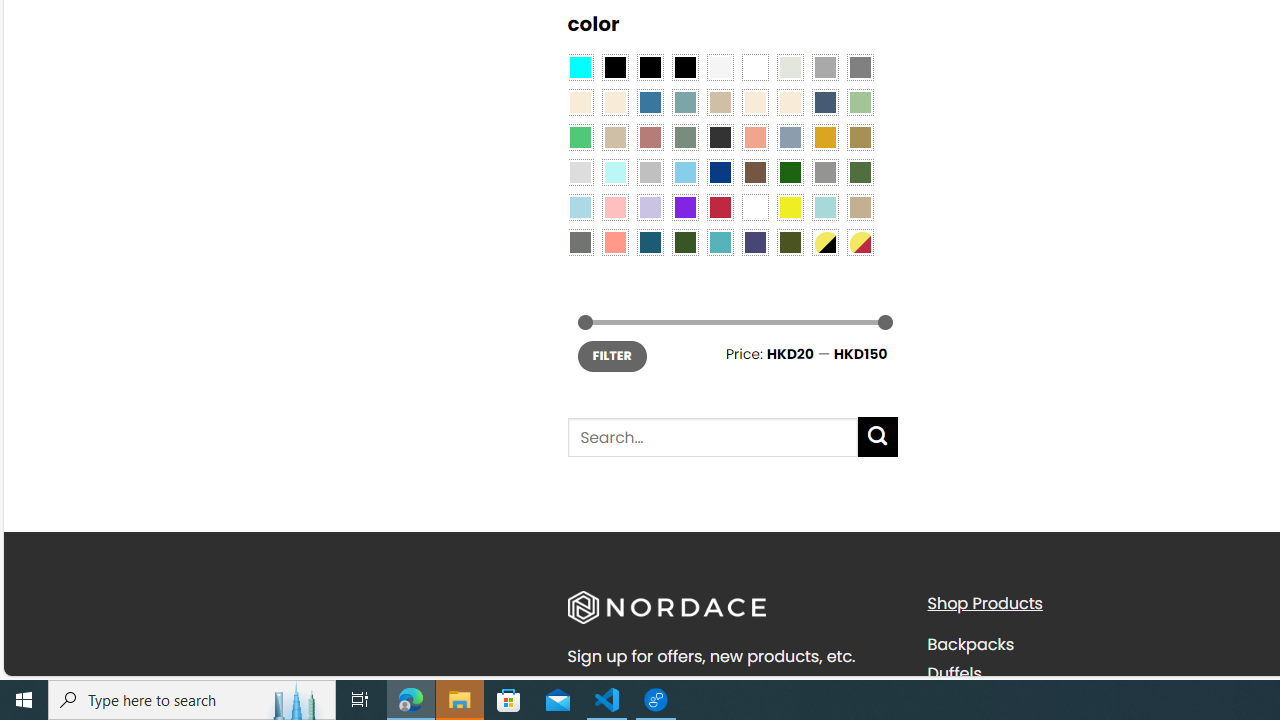 This screenshot has width=1280, height=720. I want to click on 'Emerald Green', so click(578, 137).